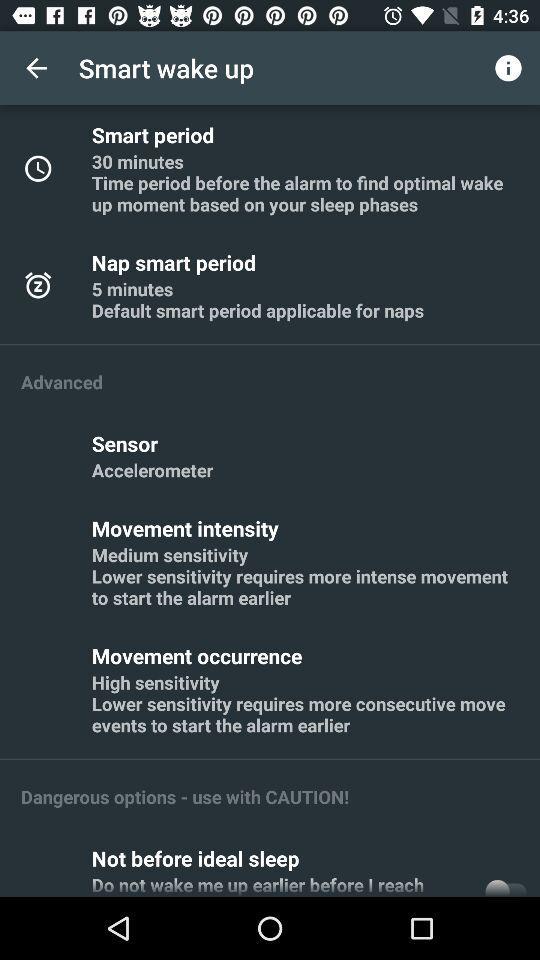 The width and height of the screenshot is (540, 960). Describe the element at coordinates (282, 883) in the screenshot. I see `do not wake item` at that location.